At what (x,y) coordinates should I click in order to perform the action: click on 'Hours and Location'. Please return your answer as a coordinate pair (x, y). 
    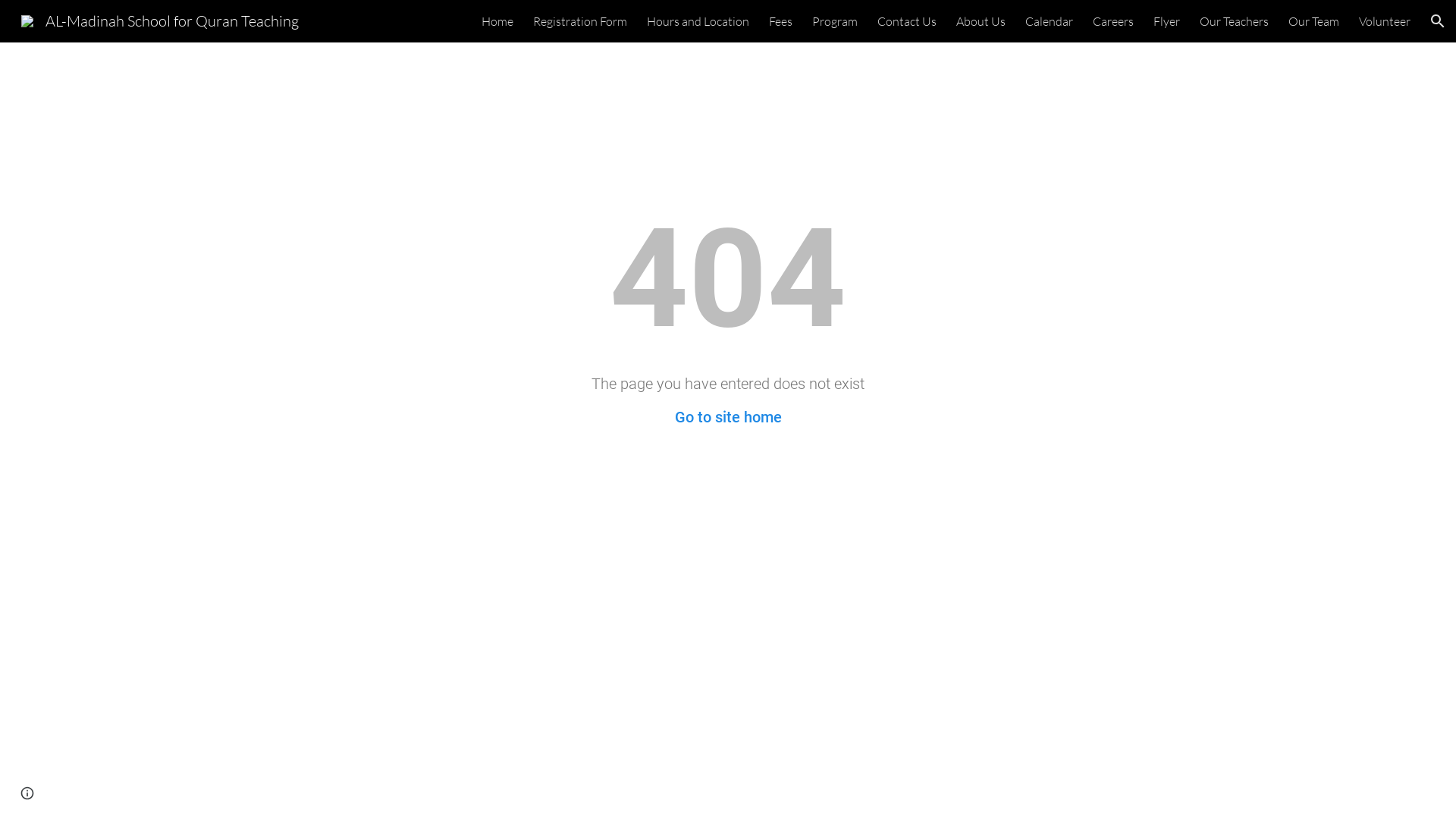
    Looking at the image, I should click on (647, 20).